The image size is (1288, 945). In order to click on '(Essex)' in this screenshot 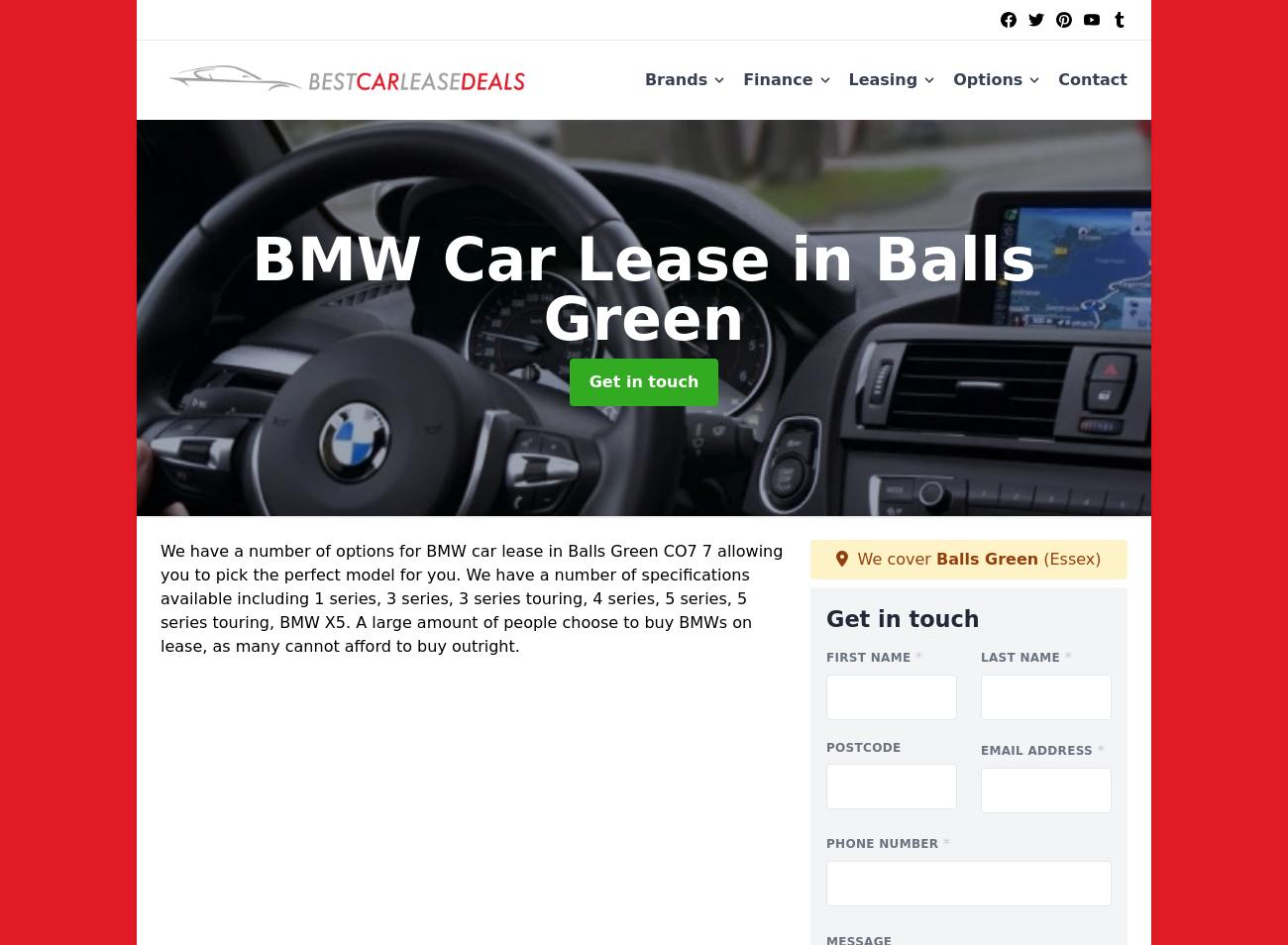, I will do `click(1038, 557)`.